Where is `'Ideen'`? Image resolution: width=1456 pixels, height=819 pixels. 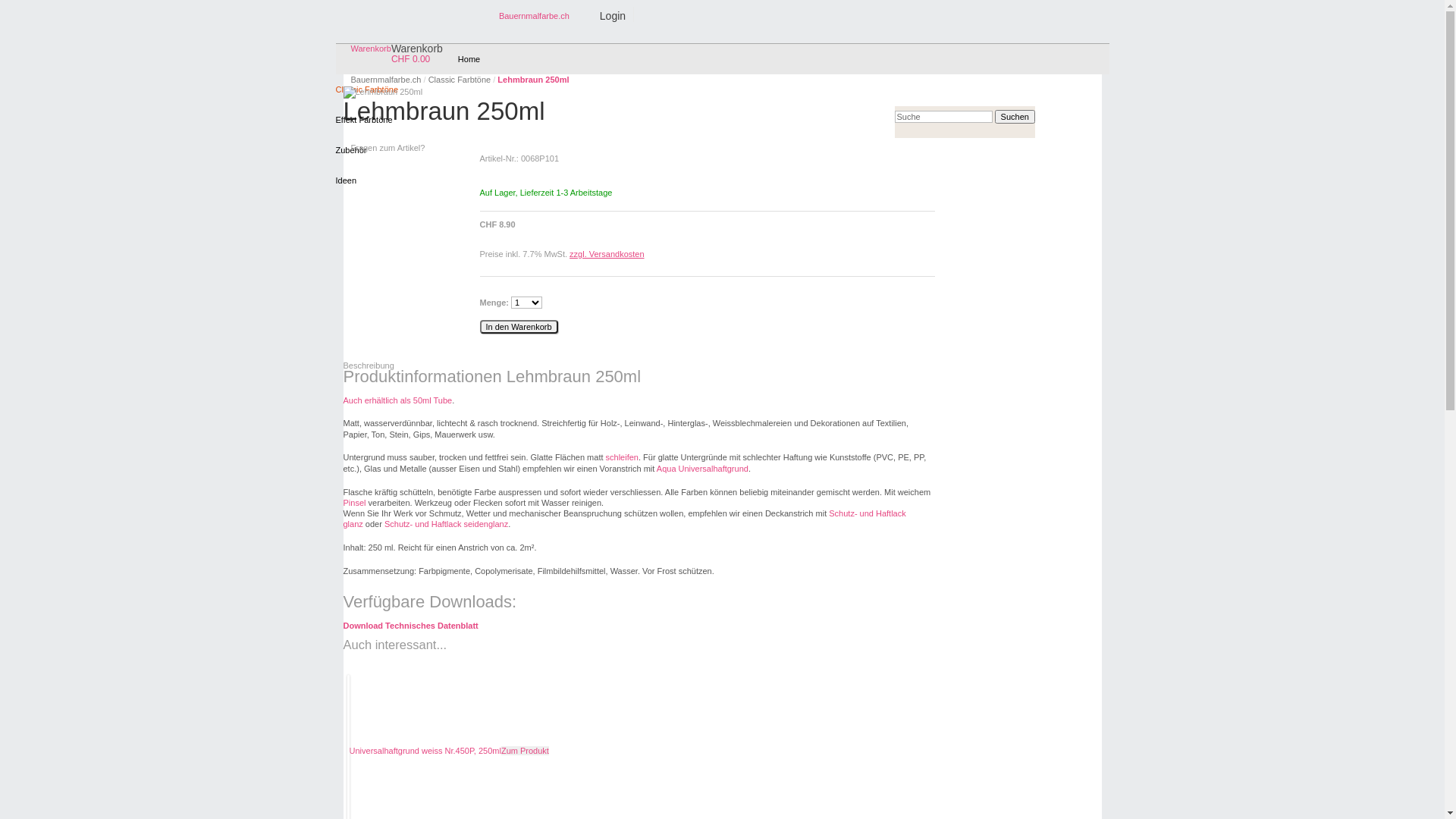
'Ideen' is located at coordinates (345, 180).